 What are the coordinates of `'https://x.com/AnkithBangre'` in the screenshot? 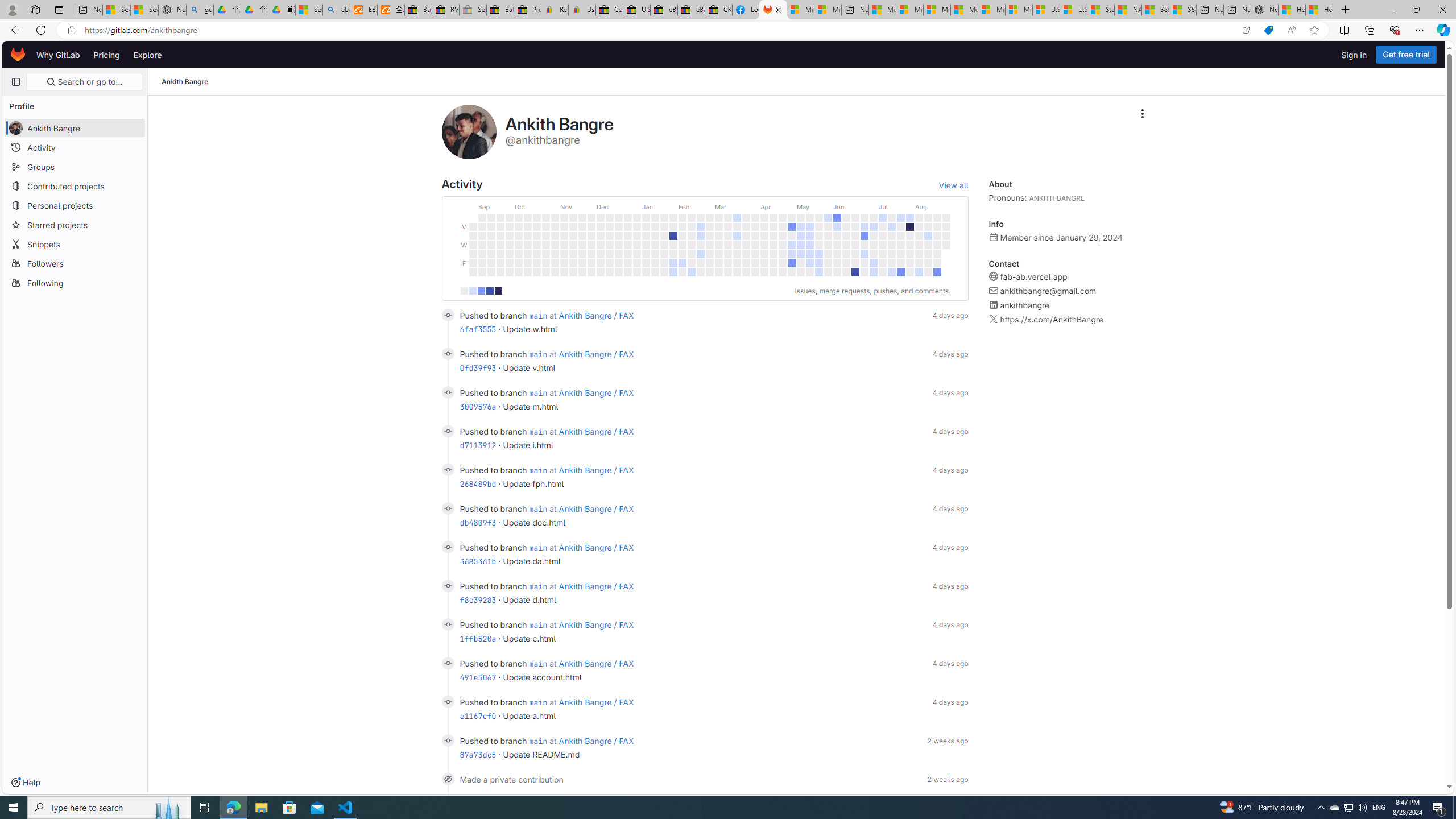 It's located at (1051, 320).